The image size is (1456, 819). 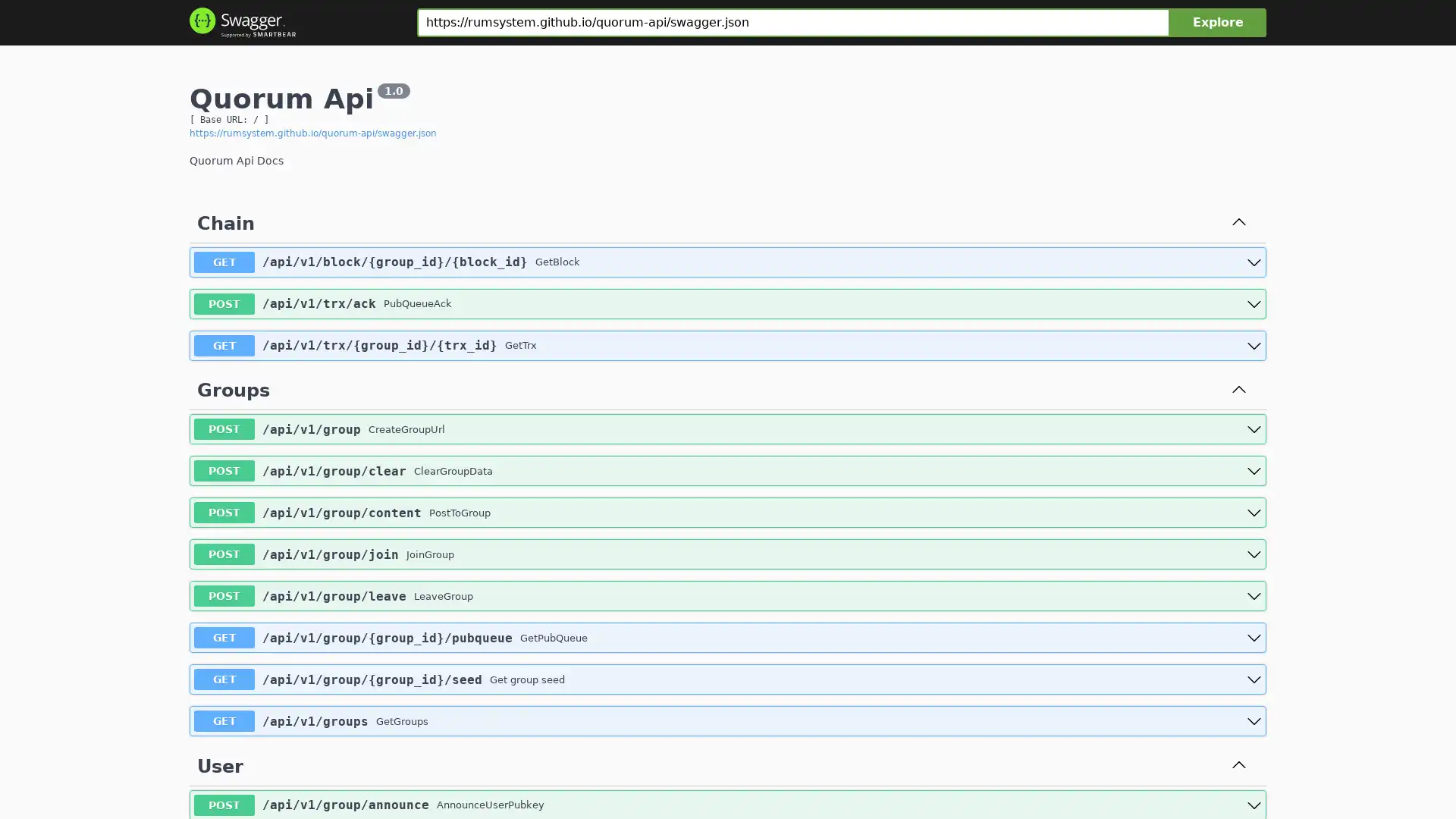 What do you see at coordinates (728, 720) in the screenshot?
I see `get /api/v1/groups` at bounding box center [728, 720].